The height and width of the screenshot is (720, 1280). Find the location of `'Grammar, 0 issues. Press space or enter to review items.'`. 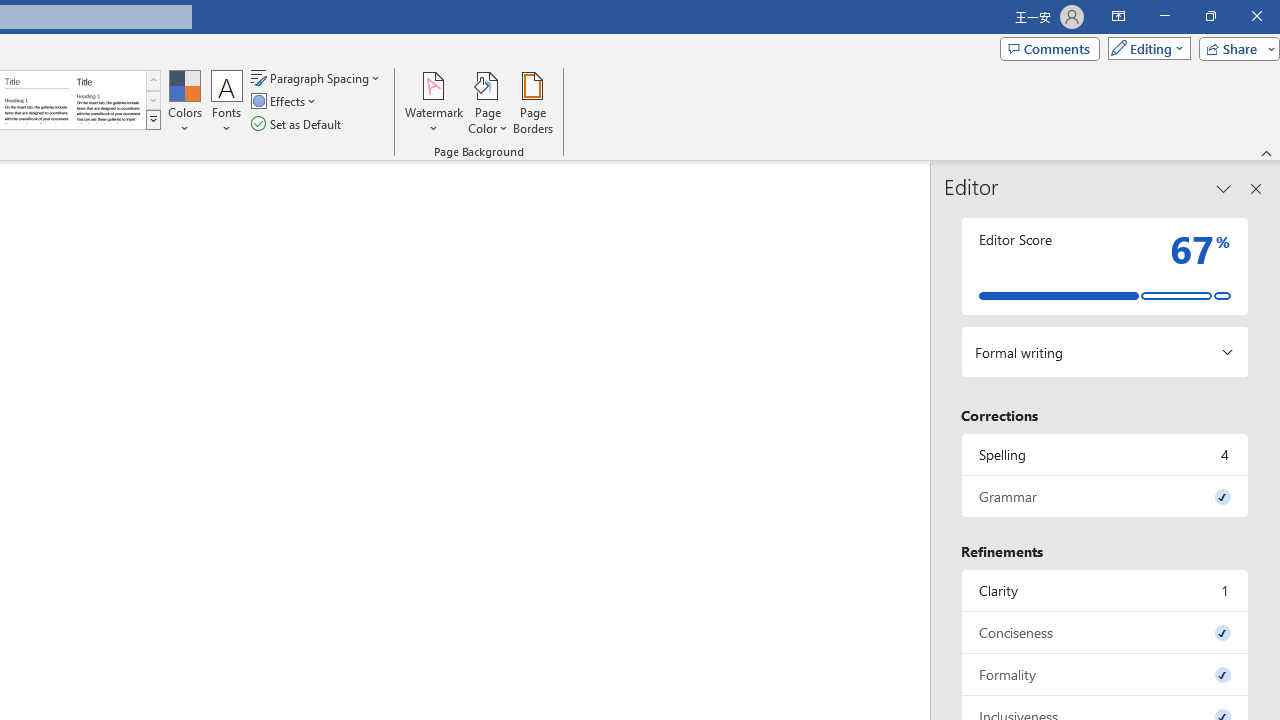

'Grammar, 0 issues. Press space or enter to review items.' is located at coordinates (1104, 495).